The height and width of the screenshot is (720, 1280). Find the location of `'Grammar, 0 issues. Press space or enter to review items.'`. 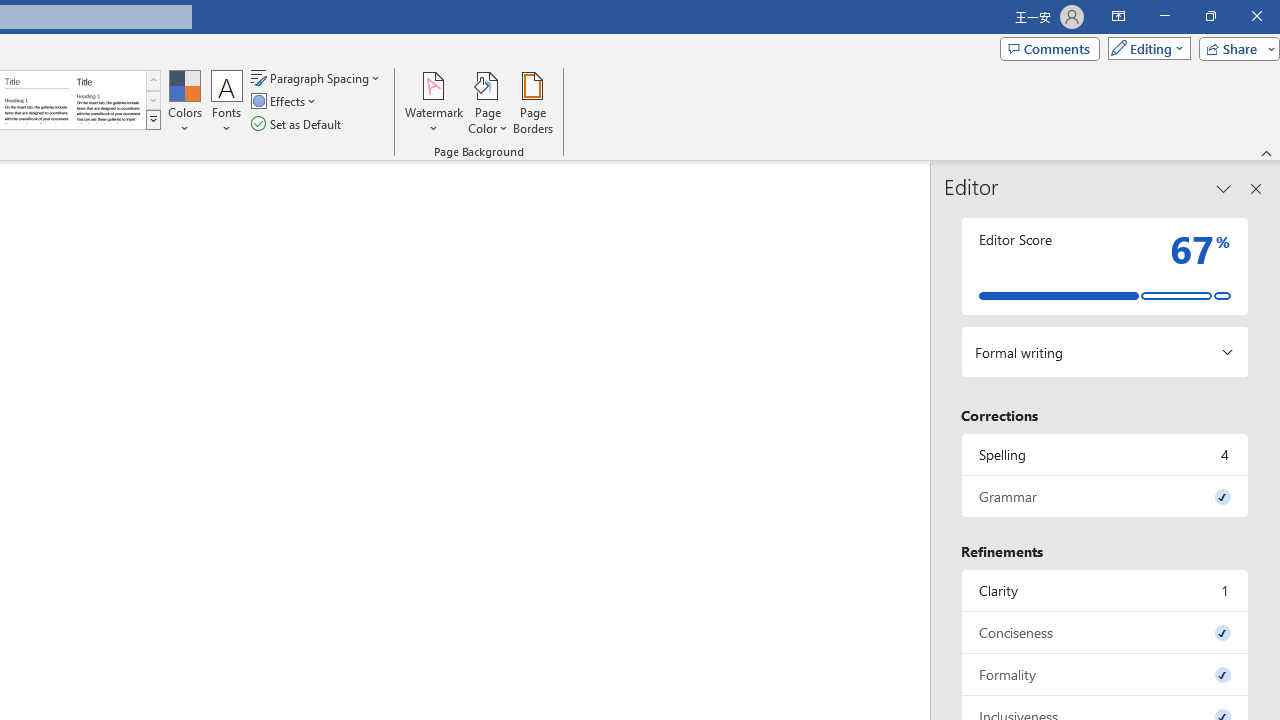

'Grammar, 0 issues. Press space or enter to review items.' is located at coordinates (1104, 495).